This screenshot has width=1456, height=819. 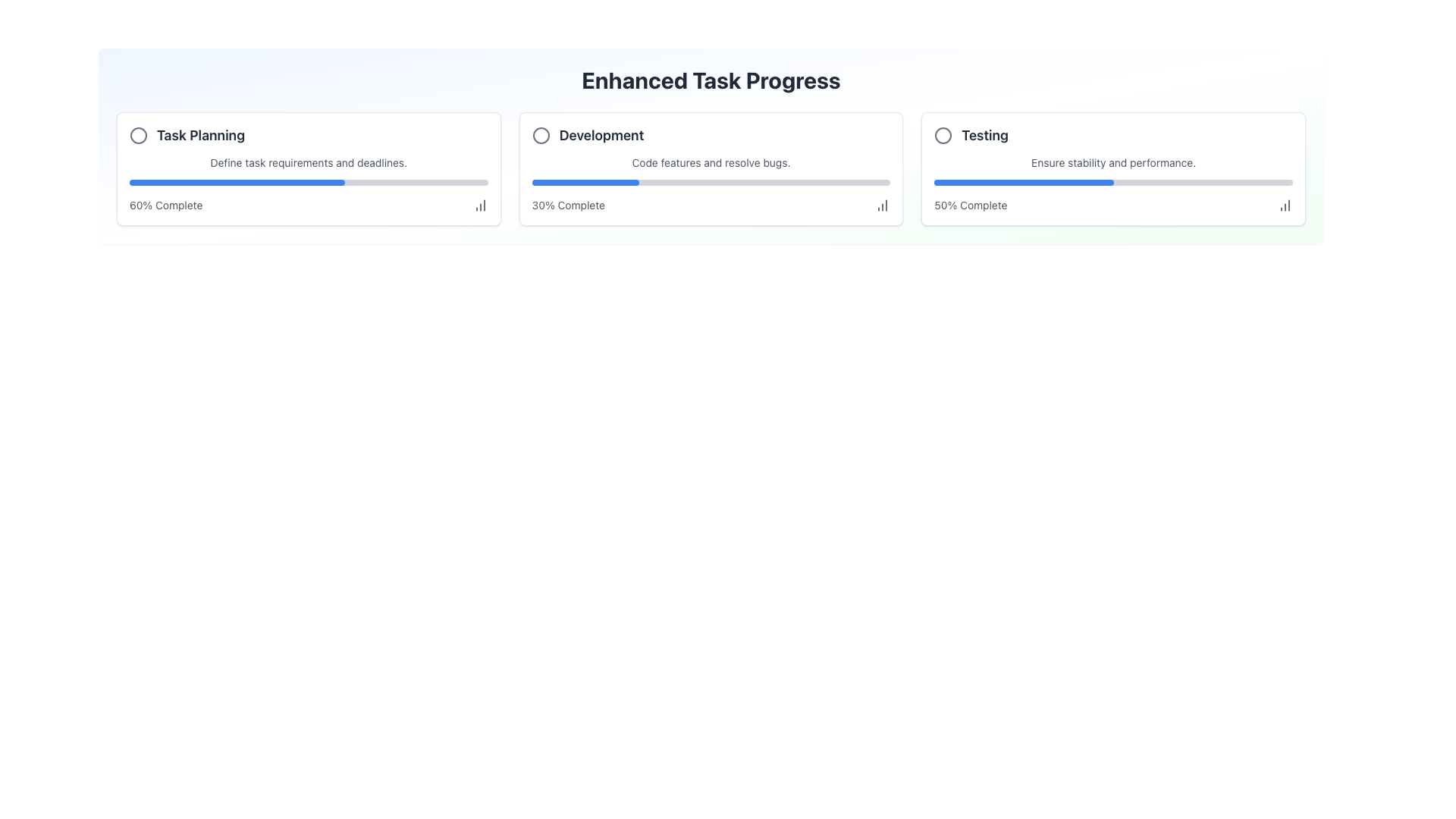 I want to click on the progress bar indicating 60% completion for the 'Task Planning' task, located between the texts 'Define task requirements and deadlines.' and '60% Complete', so click(x=308, y=181).